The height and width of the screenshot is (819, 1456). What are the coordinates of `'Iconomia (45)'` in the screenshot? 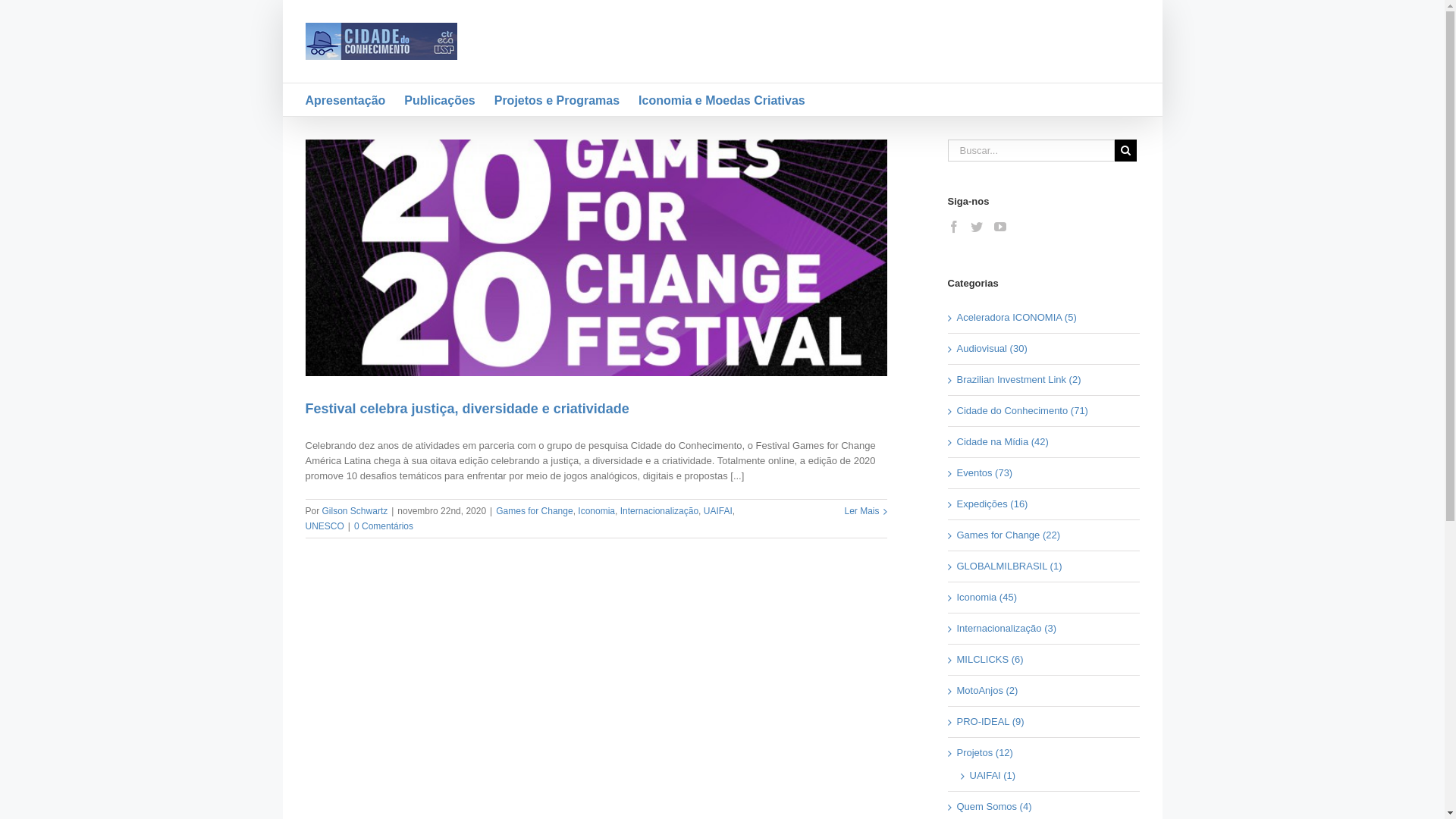 It's located at (1043, 596).